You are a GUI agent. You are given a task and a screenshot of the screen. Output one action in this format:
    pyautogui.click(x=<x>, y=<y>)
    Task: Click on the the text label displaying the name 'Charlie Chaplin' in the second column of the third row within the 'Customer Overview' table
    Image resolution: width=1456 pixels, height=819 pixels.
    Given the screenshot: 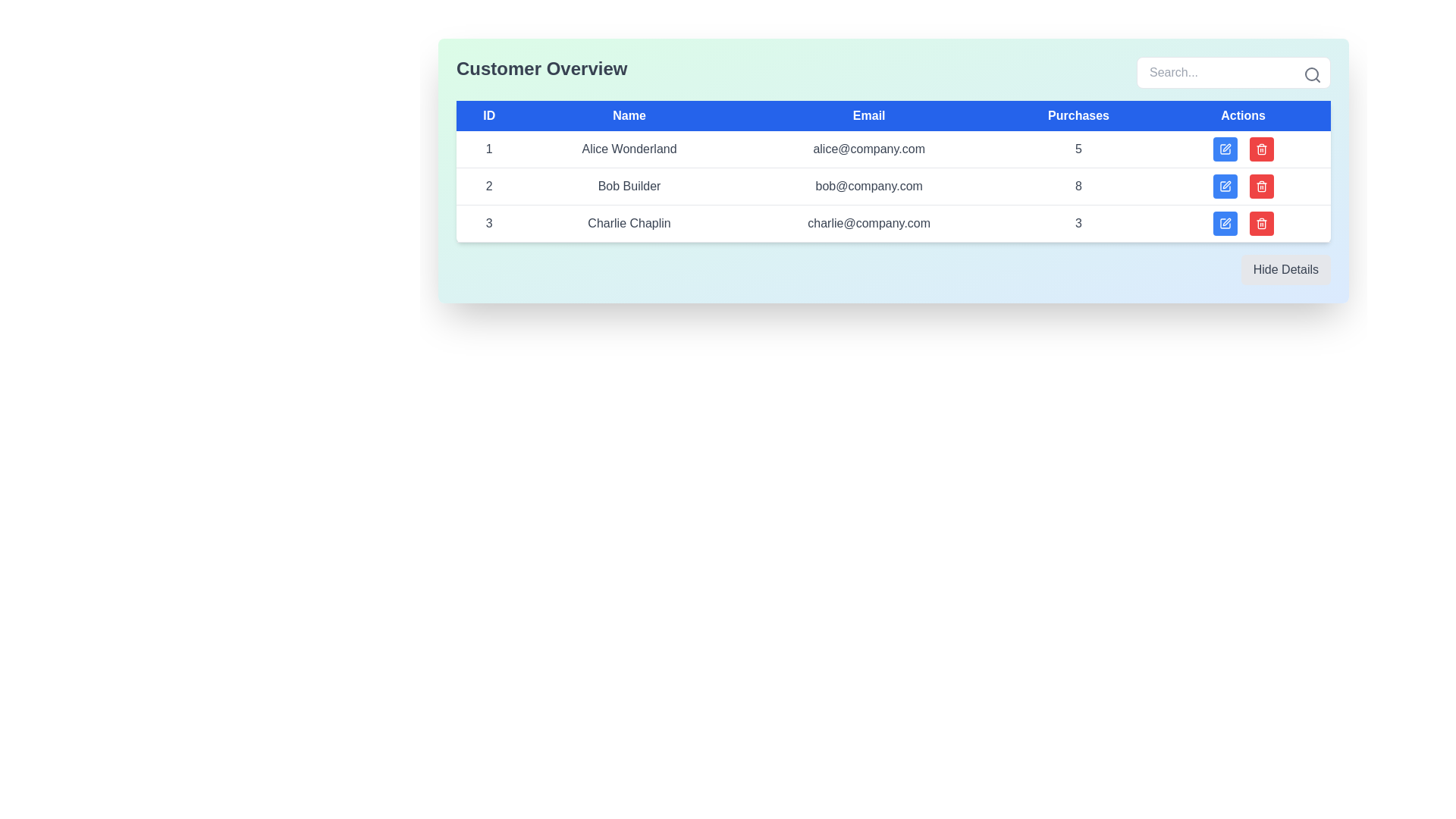 What is the action you would take?
    pyautogui.click(x=629, y=223)
    